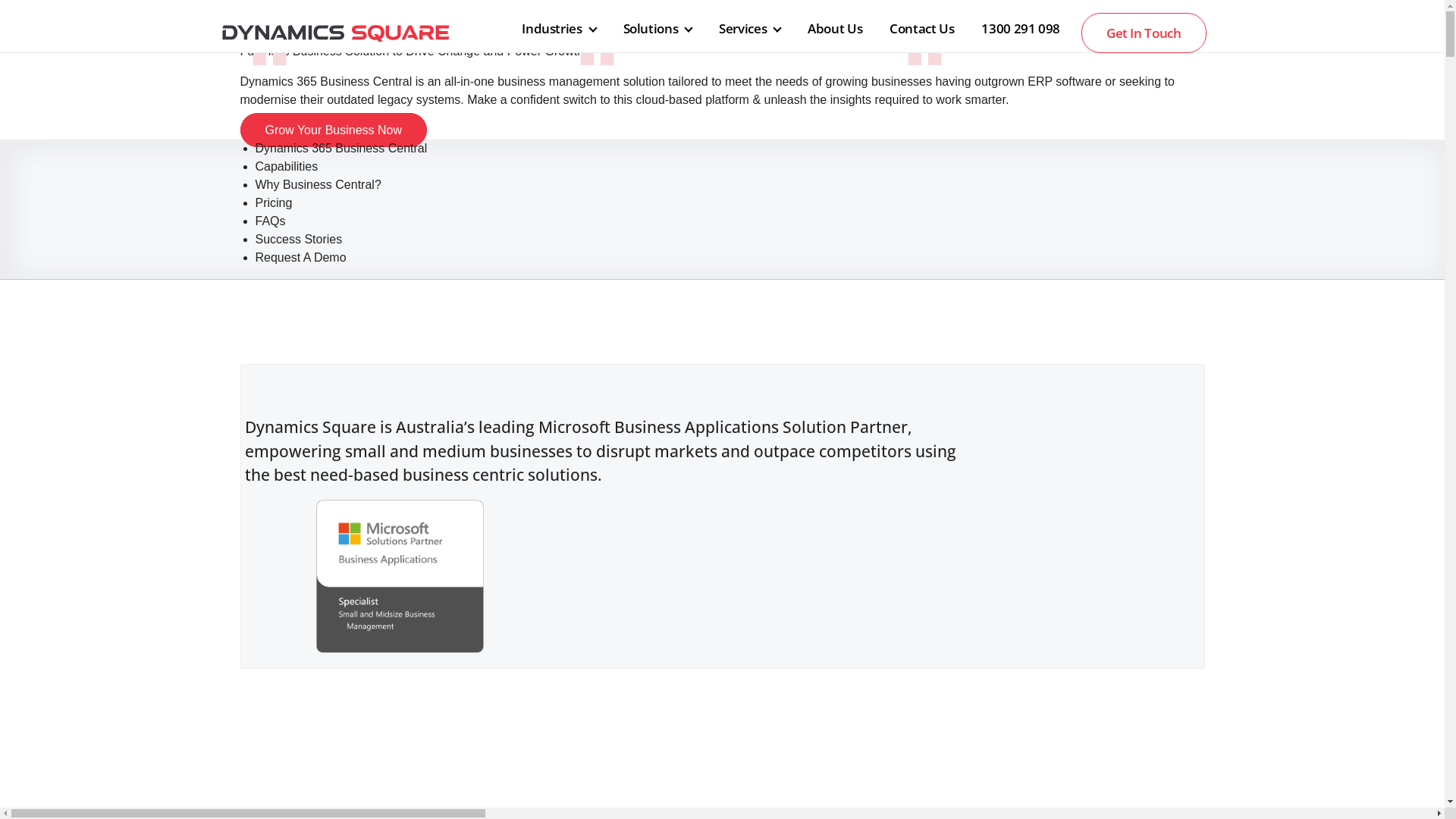  Describe the element at coordinates (316, 184) in the screenshot. I see `'Why Business Central?'` at that location.